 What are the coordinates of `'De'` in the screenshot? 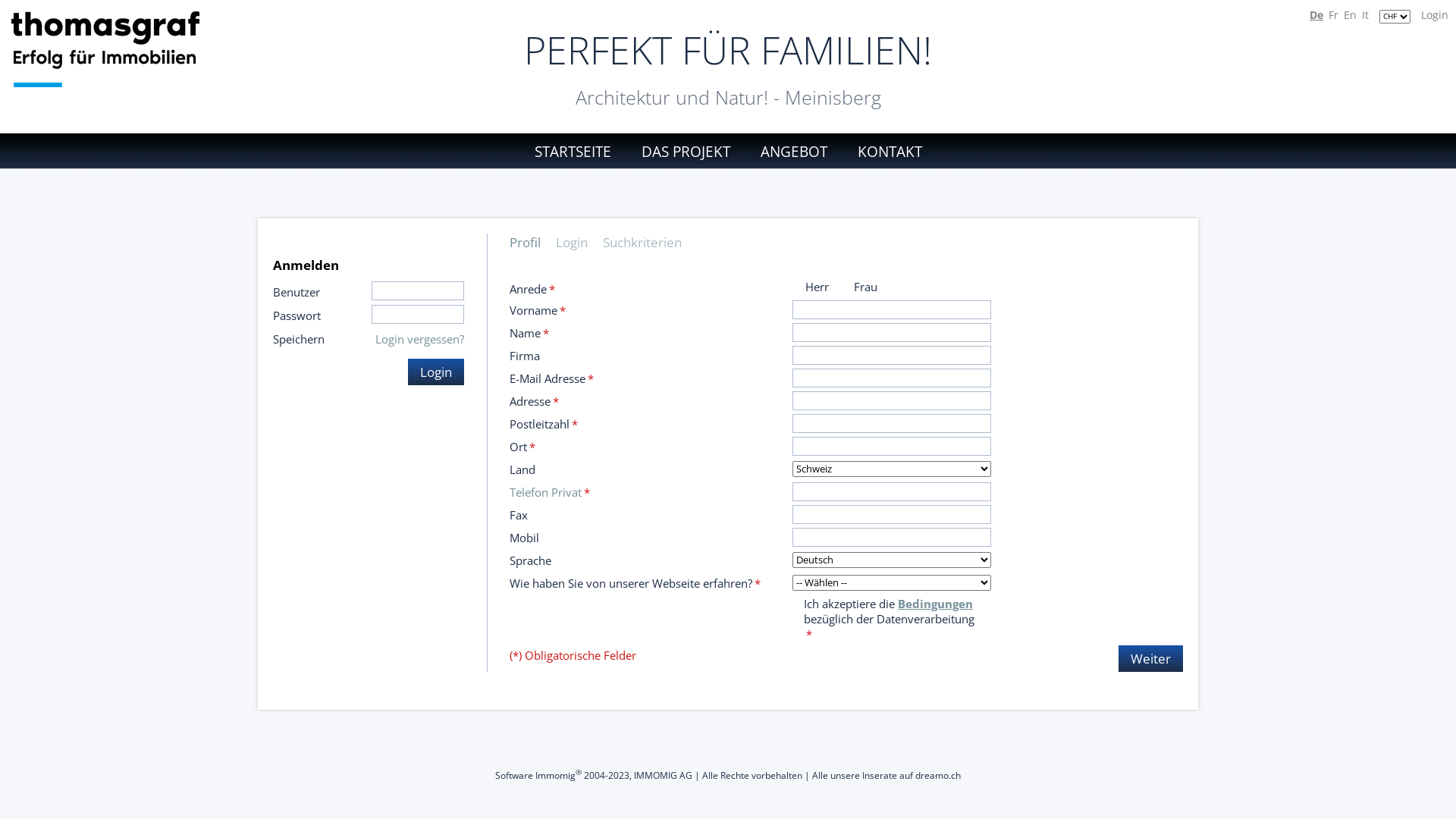 It's located at (1316, 14).